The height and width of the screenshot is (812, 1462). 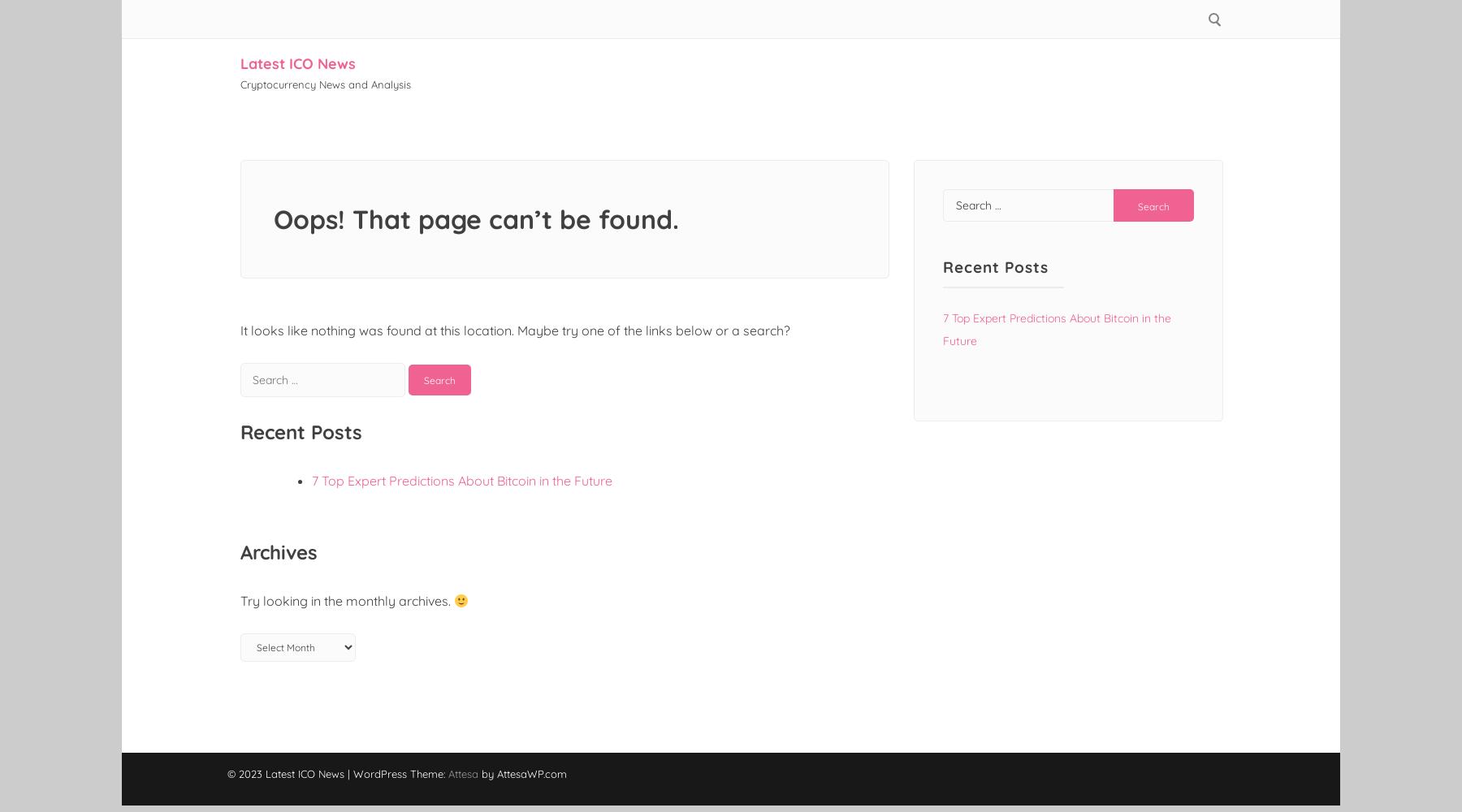 What do you see at coordinates (476, 219) in the screenshot?
I see `'Oops! That page can’t be found.'` at bounding box center [476, 219].